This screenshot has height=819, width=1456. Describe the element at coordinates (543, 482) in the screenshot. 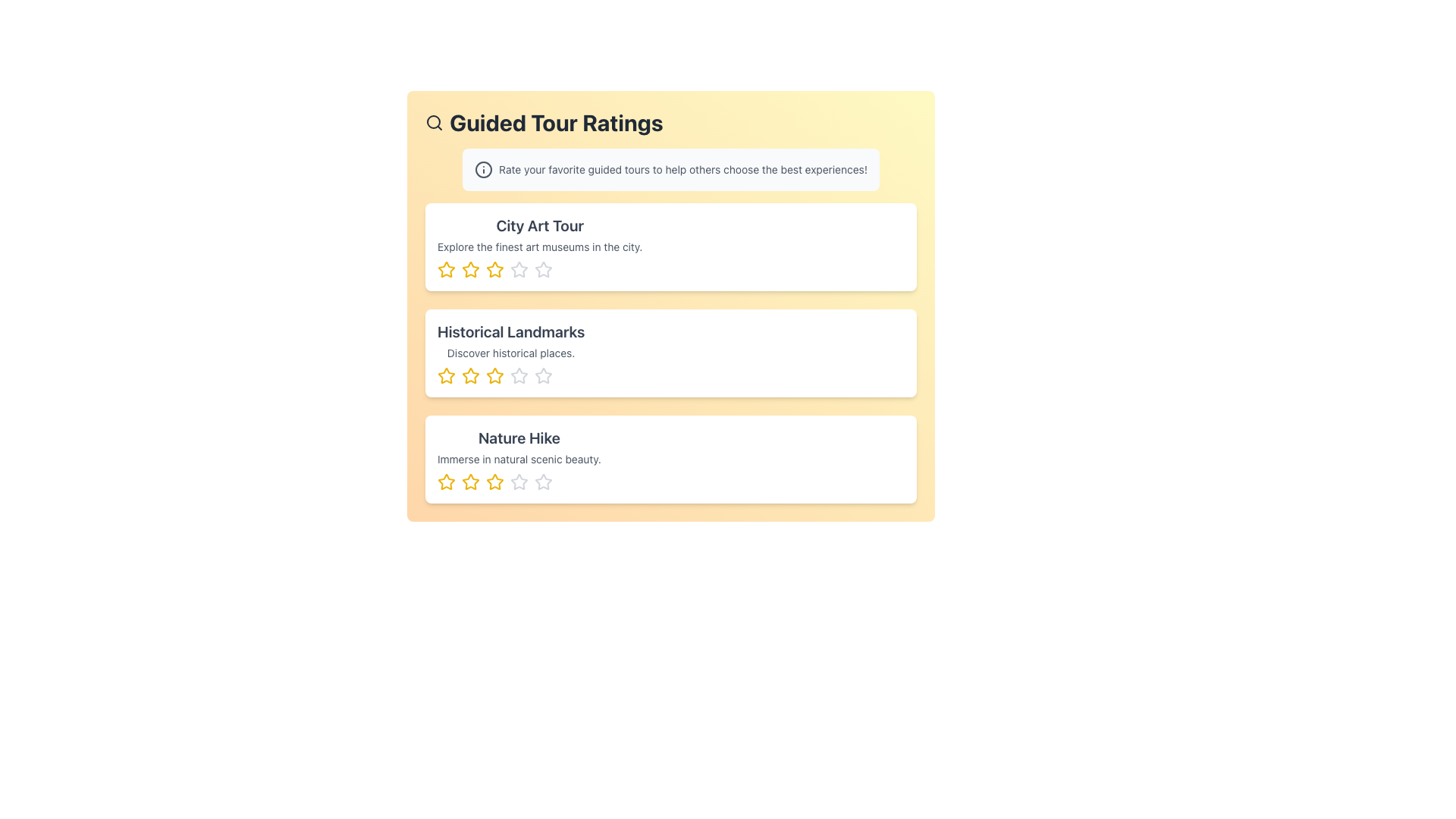

I see `the fifth hollow star-shaped rating icon in the 'Nature Hike' section` at that location.